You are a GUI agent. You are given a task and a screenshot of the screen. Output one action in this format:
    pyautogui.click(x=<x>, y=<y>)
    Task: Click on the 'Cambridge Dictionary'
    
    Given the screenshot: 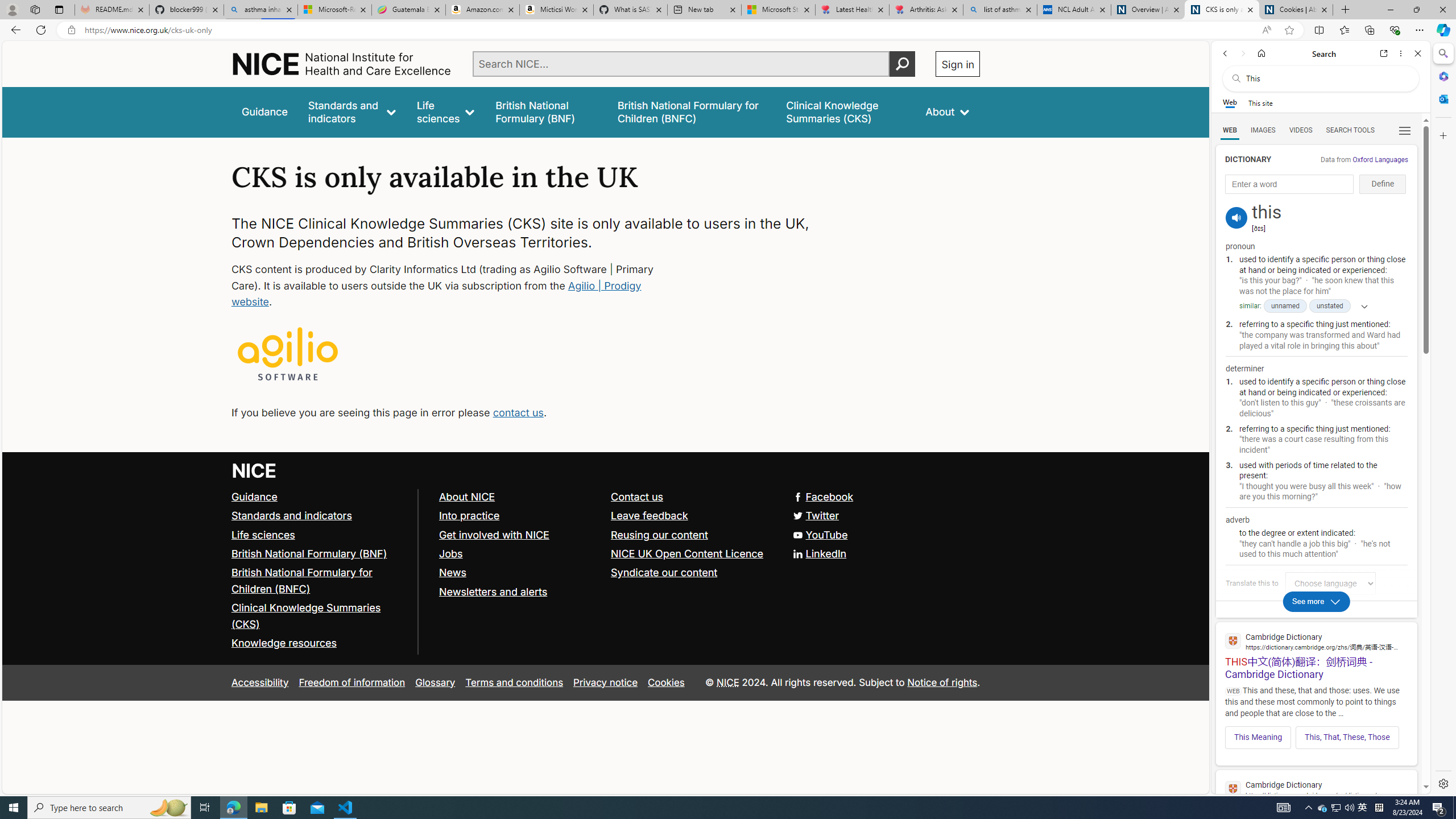 What is the action you would take?
    pyautogui.click(x=1316, y=788)
    